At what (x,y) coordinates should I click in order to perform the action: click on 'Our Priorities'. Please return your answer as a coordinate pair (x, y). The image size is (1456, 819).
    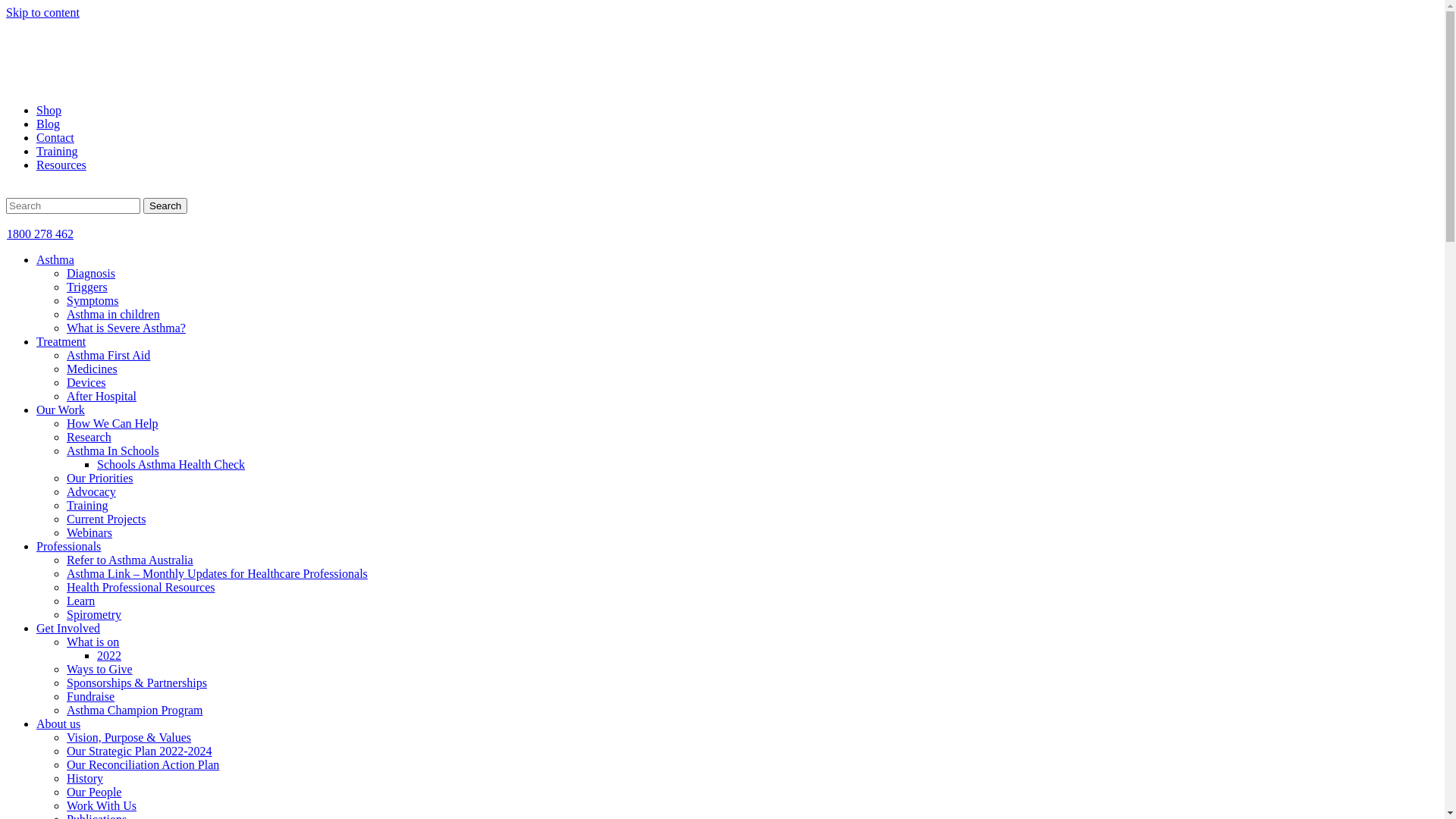
    Looking at the image, I should click on (99, 478).